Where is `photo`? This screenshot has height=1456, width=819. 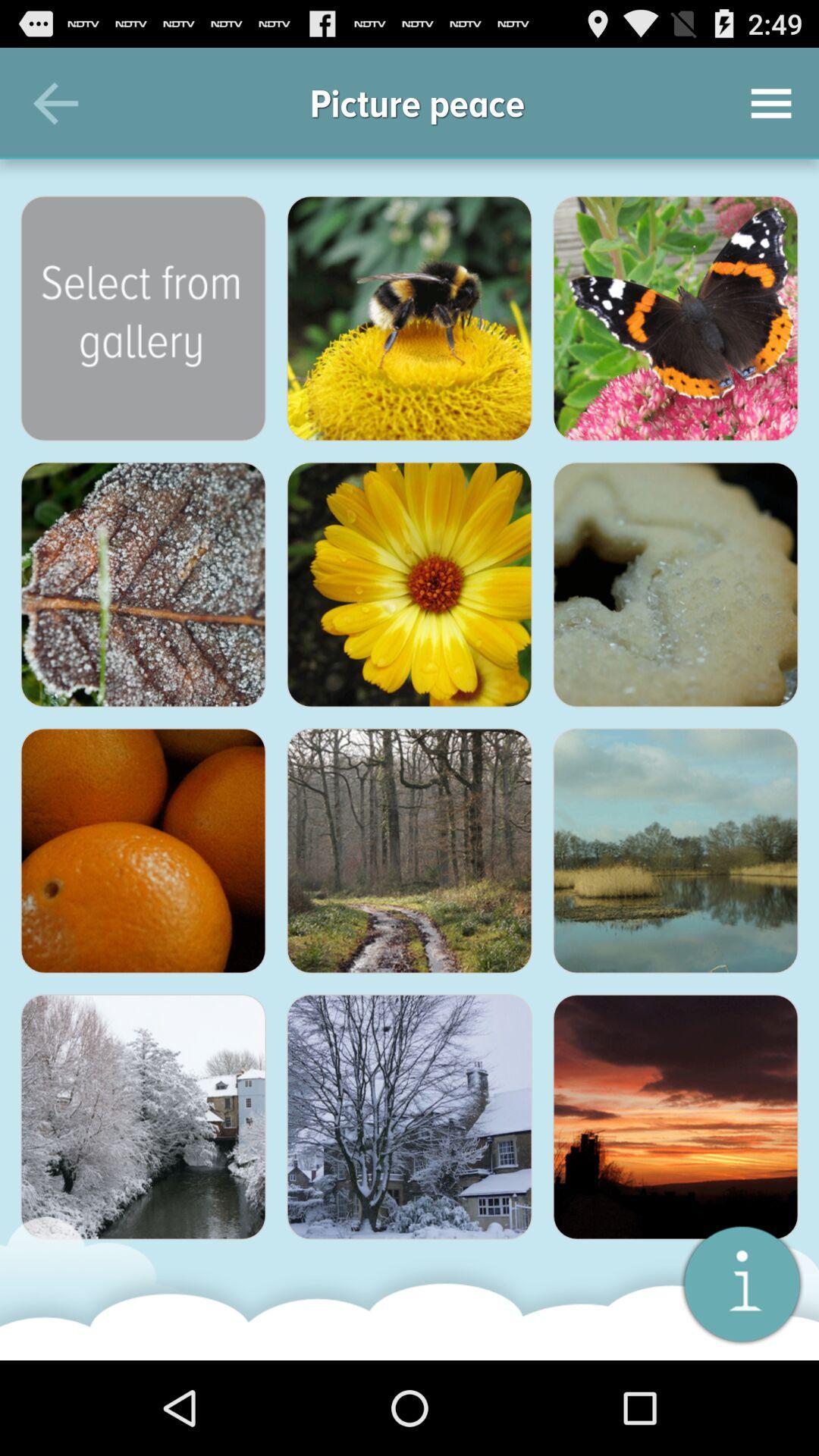
photo is located at coordinates (143, 851).